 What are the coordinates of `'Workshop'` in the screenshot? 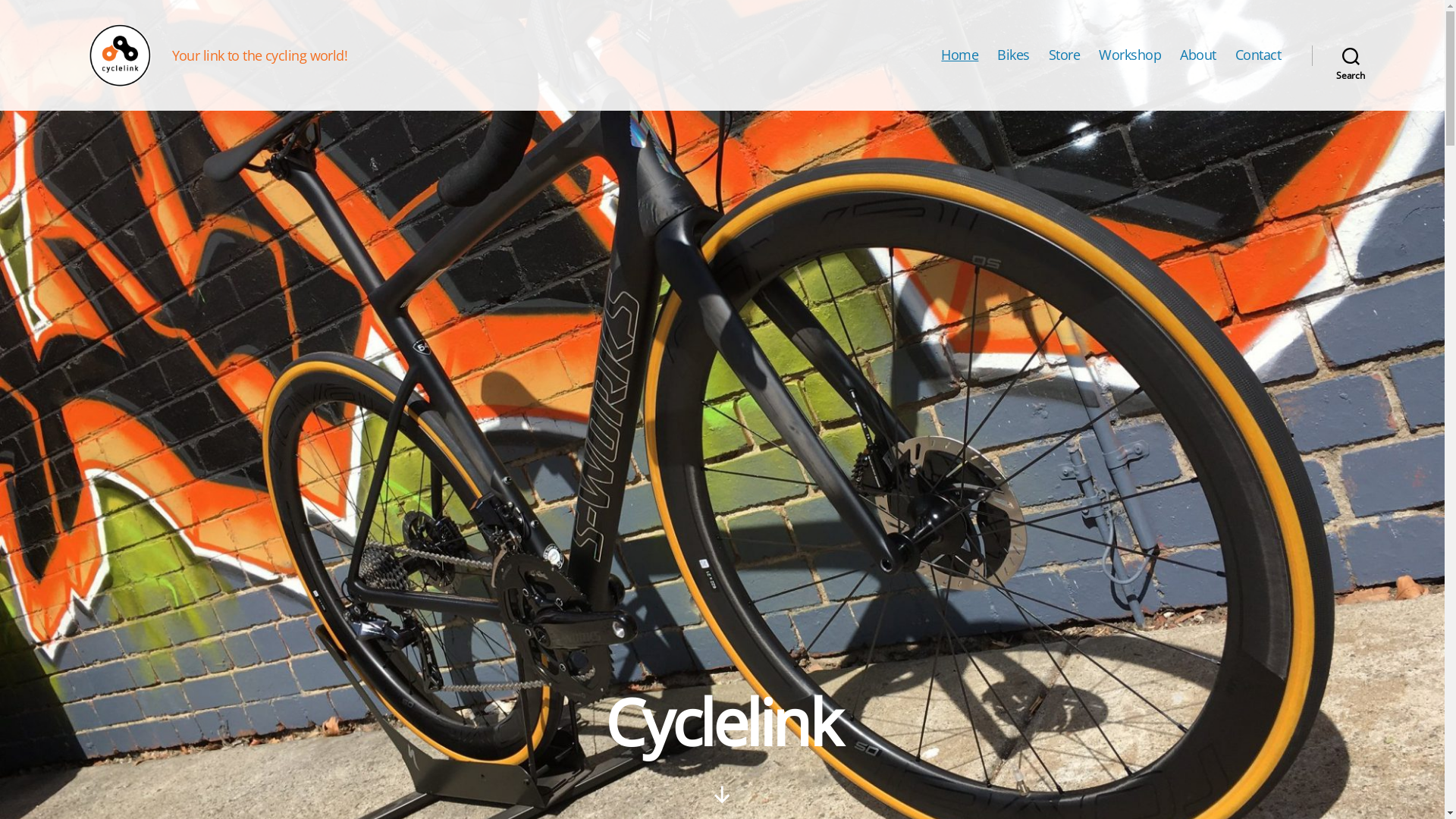 It's located at (1099, 55).